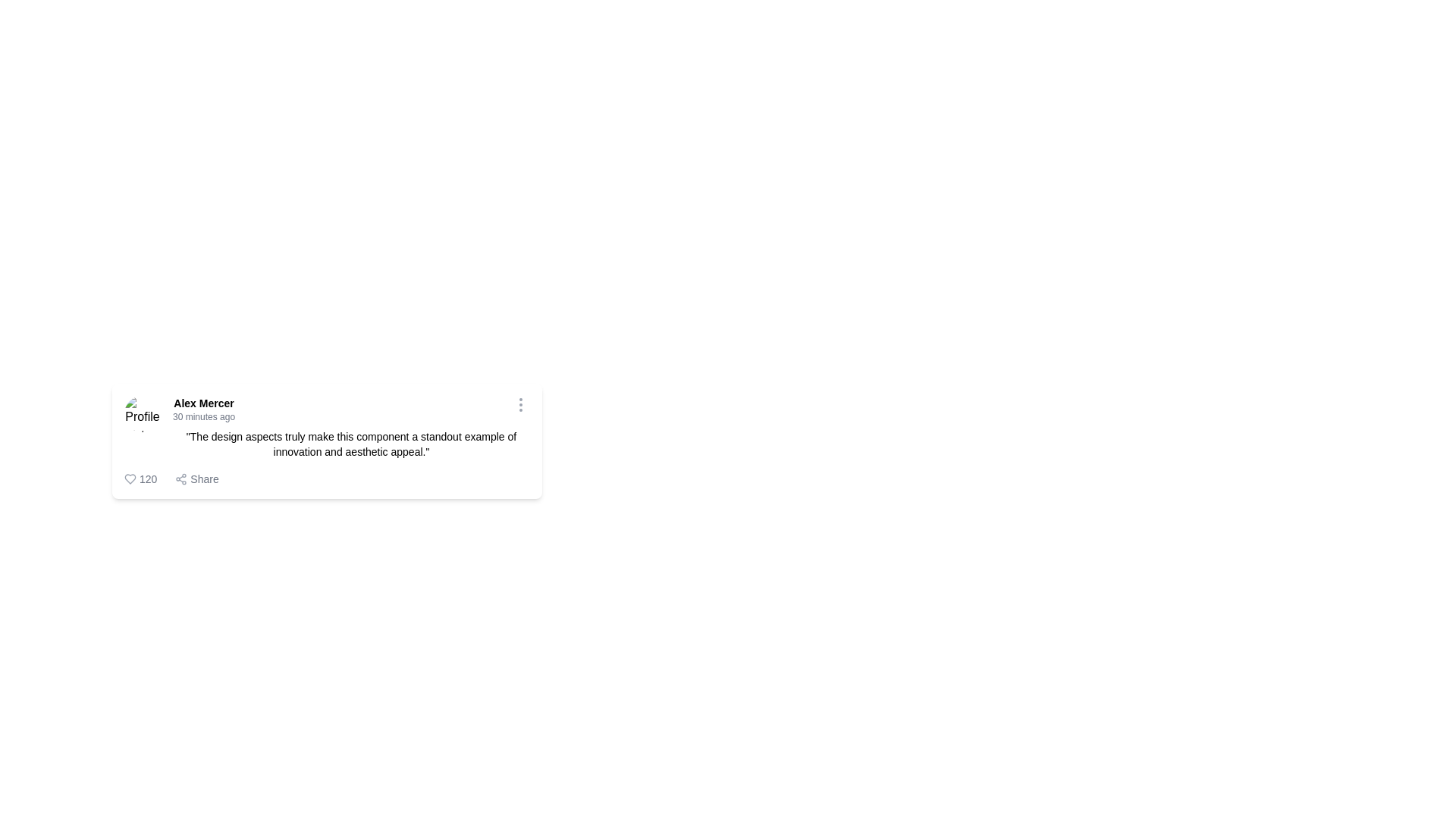 The image size is (1456, 819). Describe the element at coordinates (181, 479) in the screenshot. I see `the share icon located to the left of the 'Share' text at the lower-right corner of the card-like component` at that location.